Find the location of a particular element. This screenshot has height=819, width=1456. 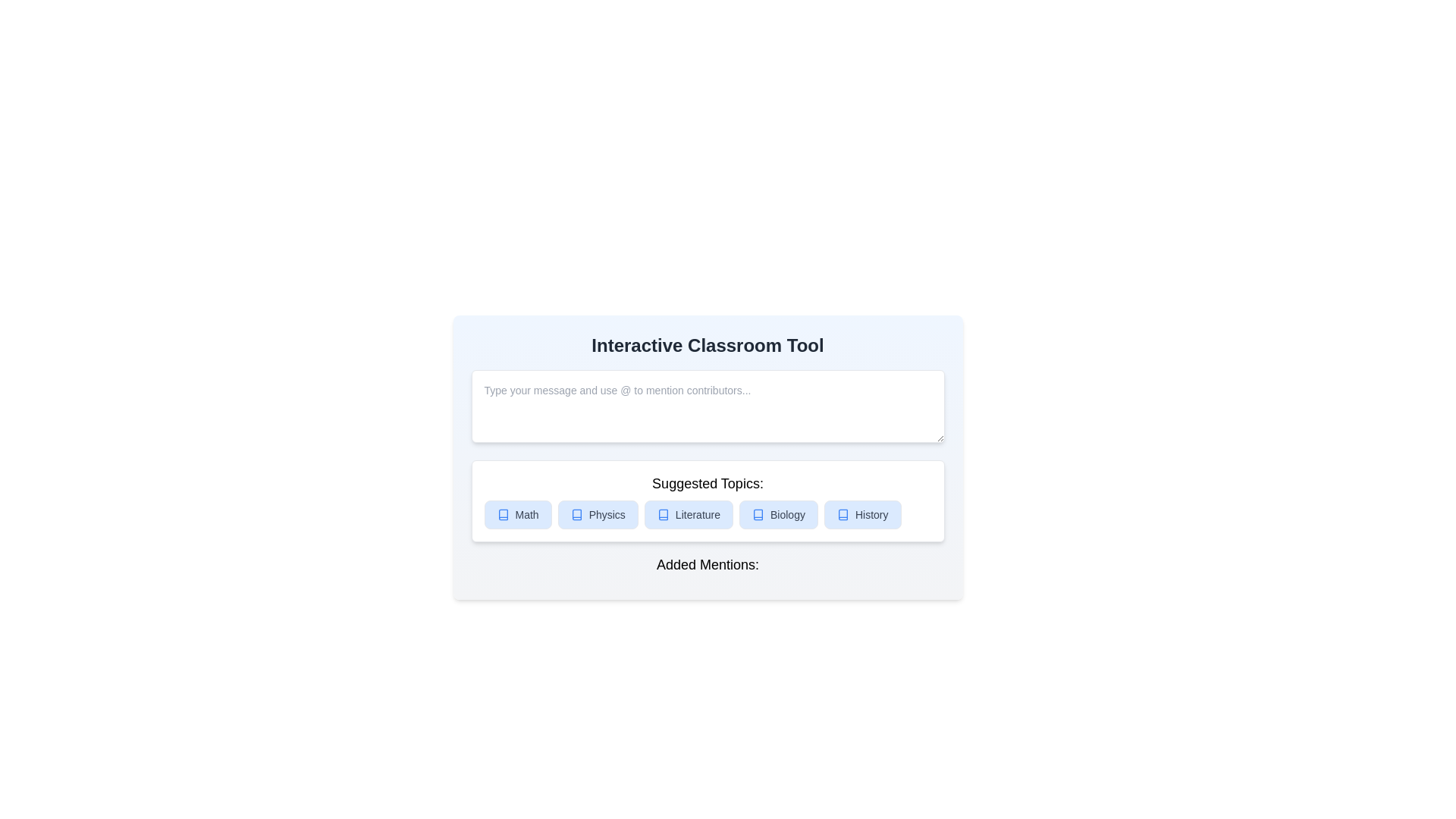

the light blue book icon located inside the 'History' button, positioned to the left of the button text is located at coordinates (842, 513).